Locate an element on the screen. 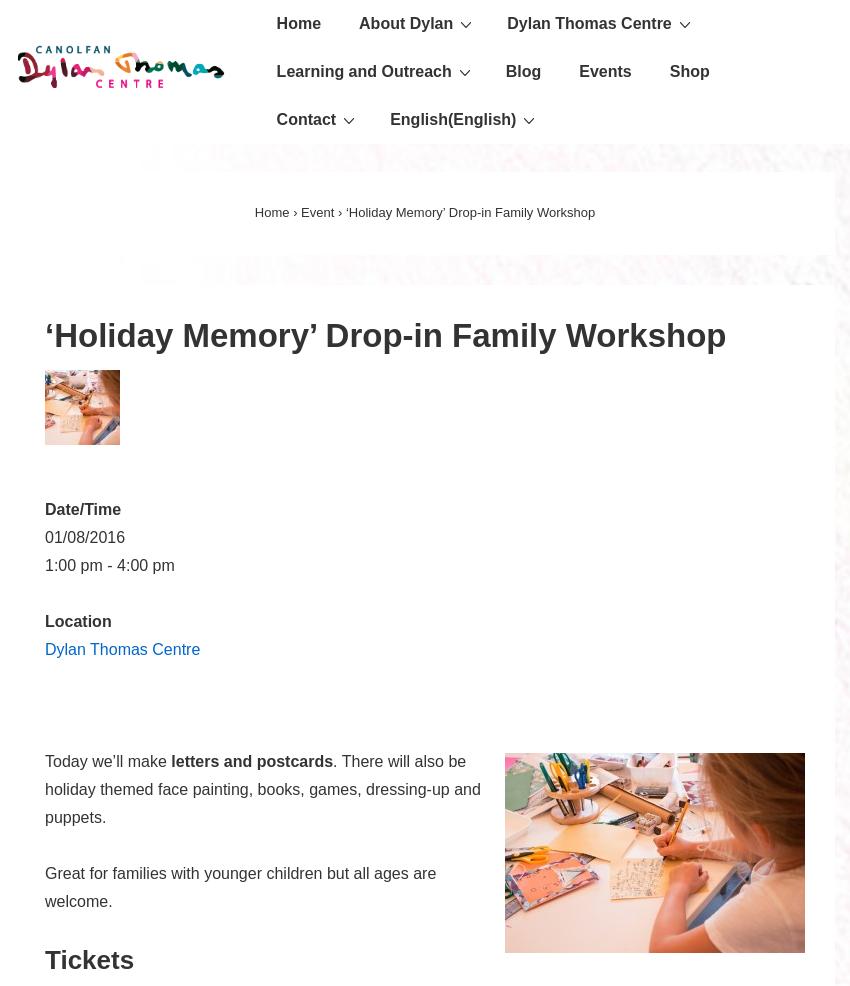  '. There will also be holiday themed face painting, books, games, dressing-up and puppets.' is located at coordinates (44, 789).